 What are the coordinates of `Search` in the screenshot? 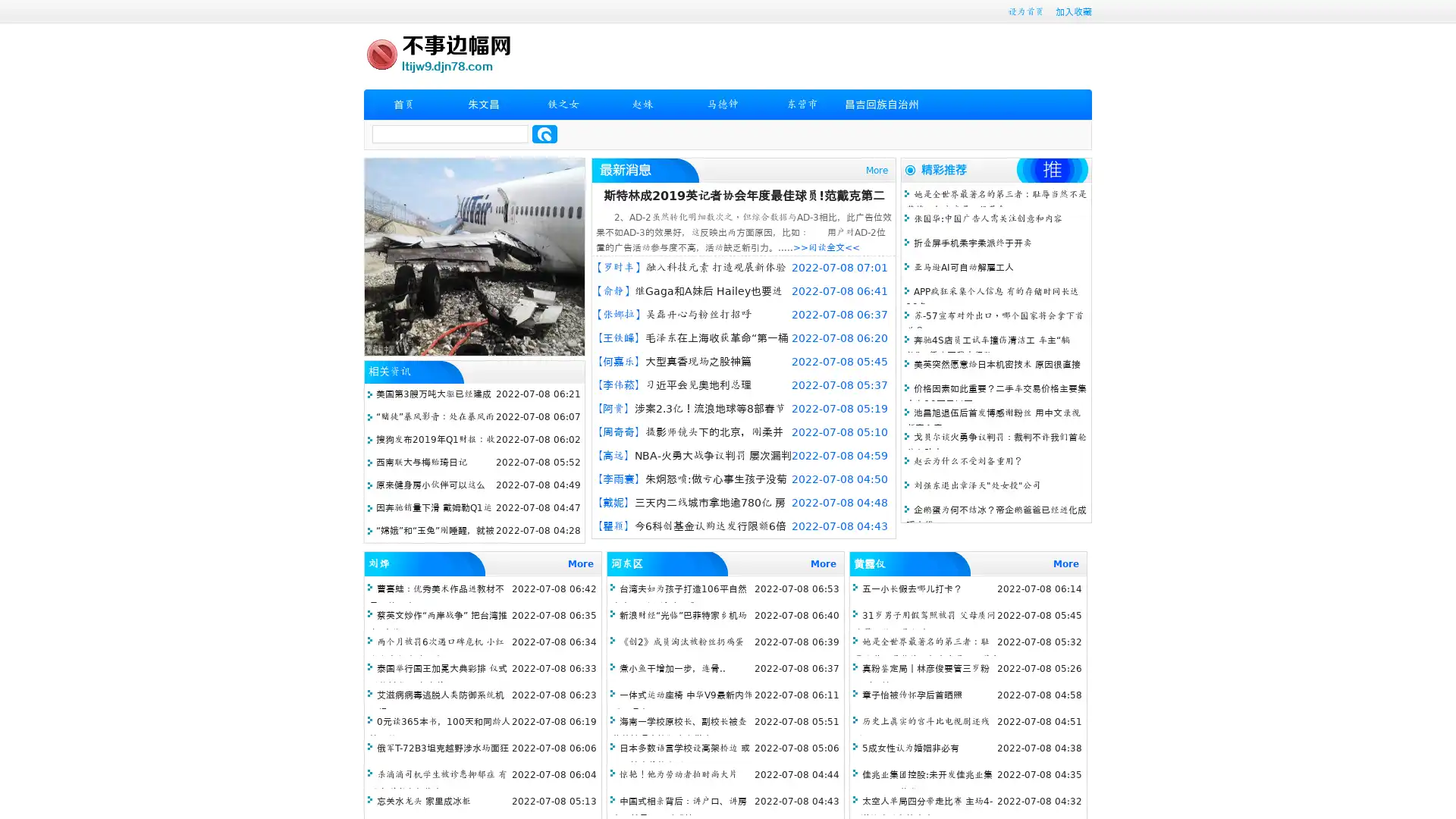 It's located at (544, 133).